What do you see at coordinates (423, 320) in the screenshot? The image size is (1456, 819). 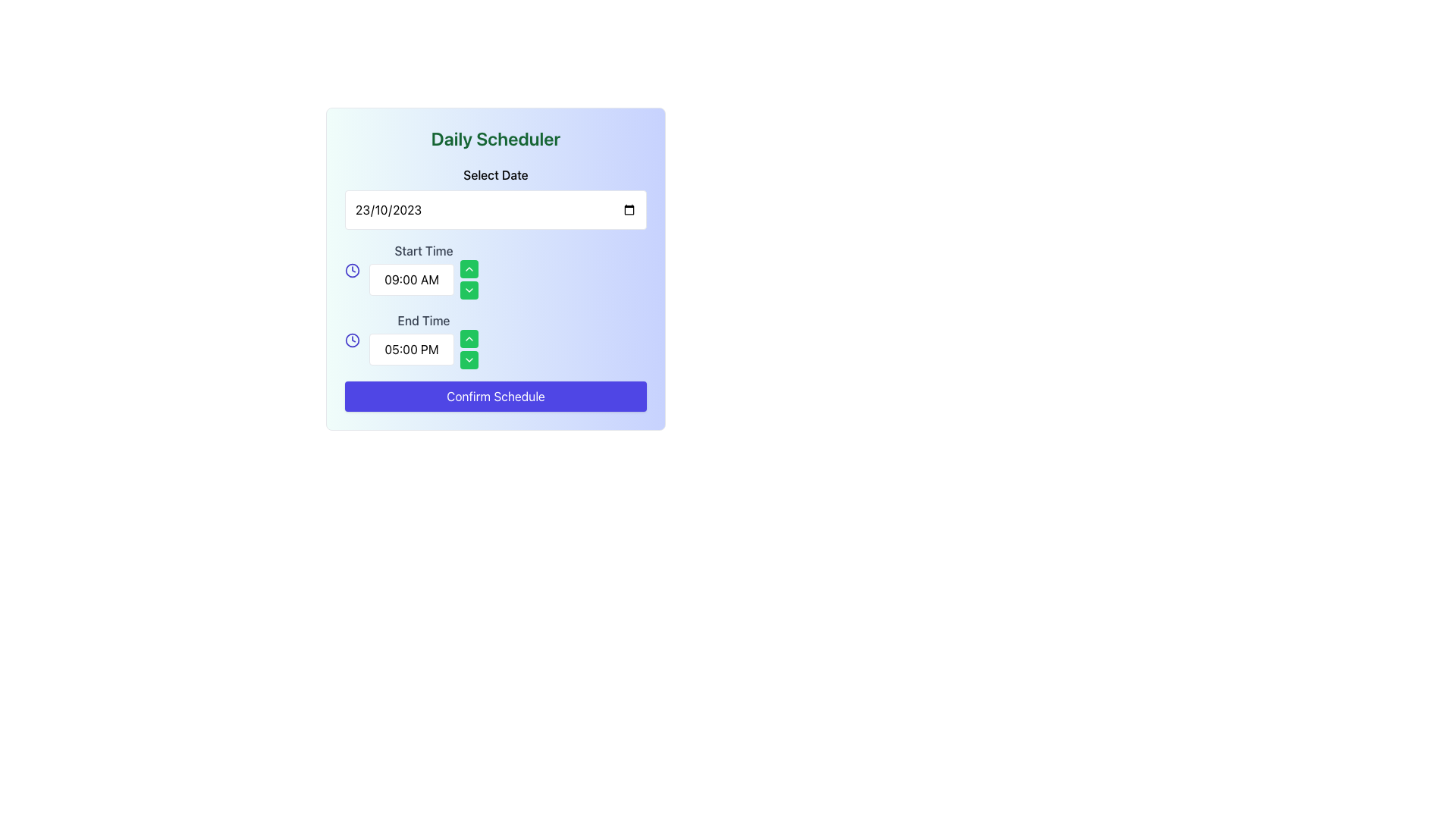 I see `the label indicating the end time of a scheduled event, located above the time selection field labeled '05:00 PM'` at bounding box center [423, 320].